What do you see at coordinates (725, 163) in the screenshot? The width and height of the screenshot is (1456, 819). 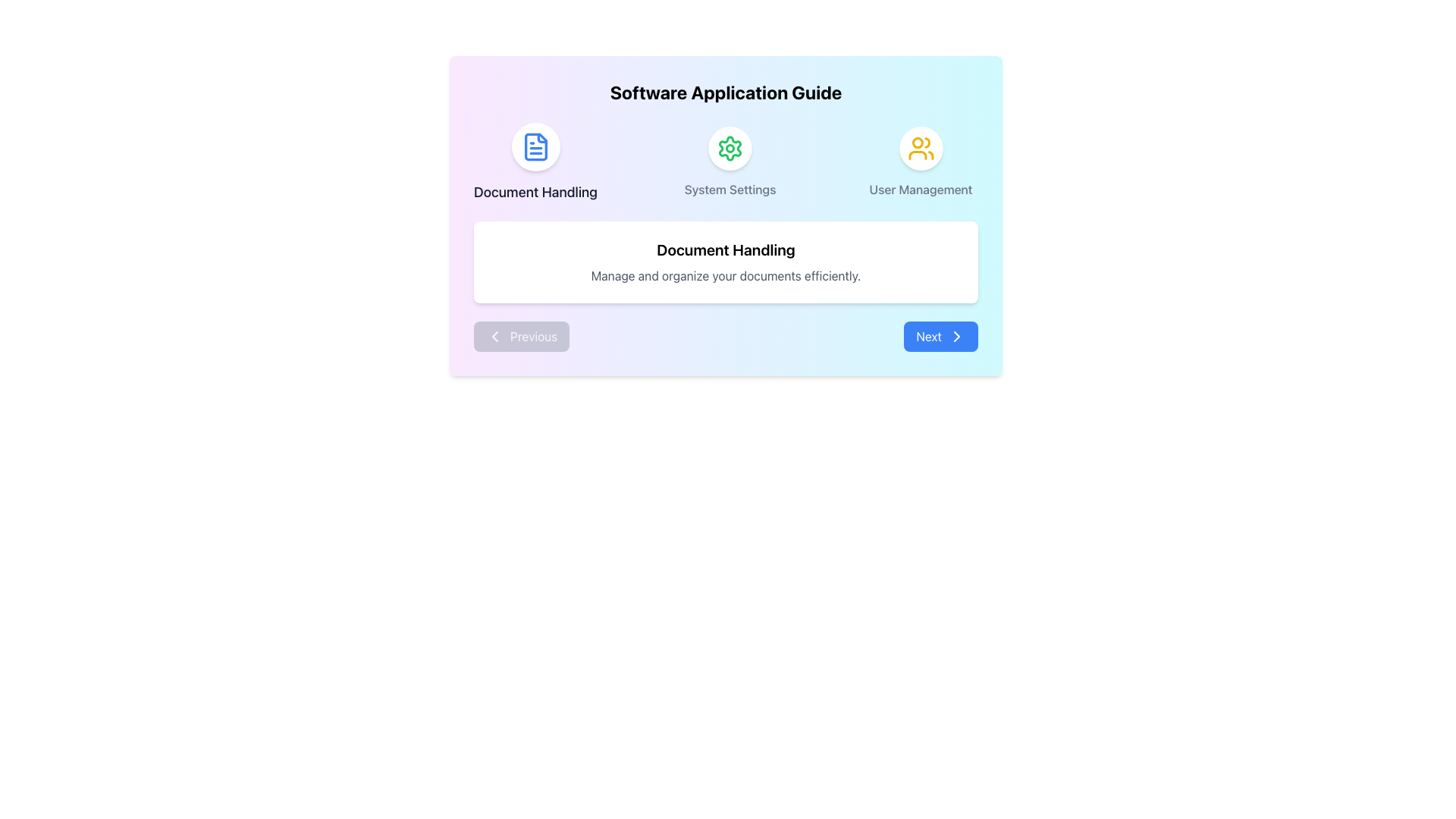 I see `the central button for accessing system settings` at bounding box center [725, 163].